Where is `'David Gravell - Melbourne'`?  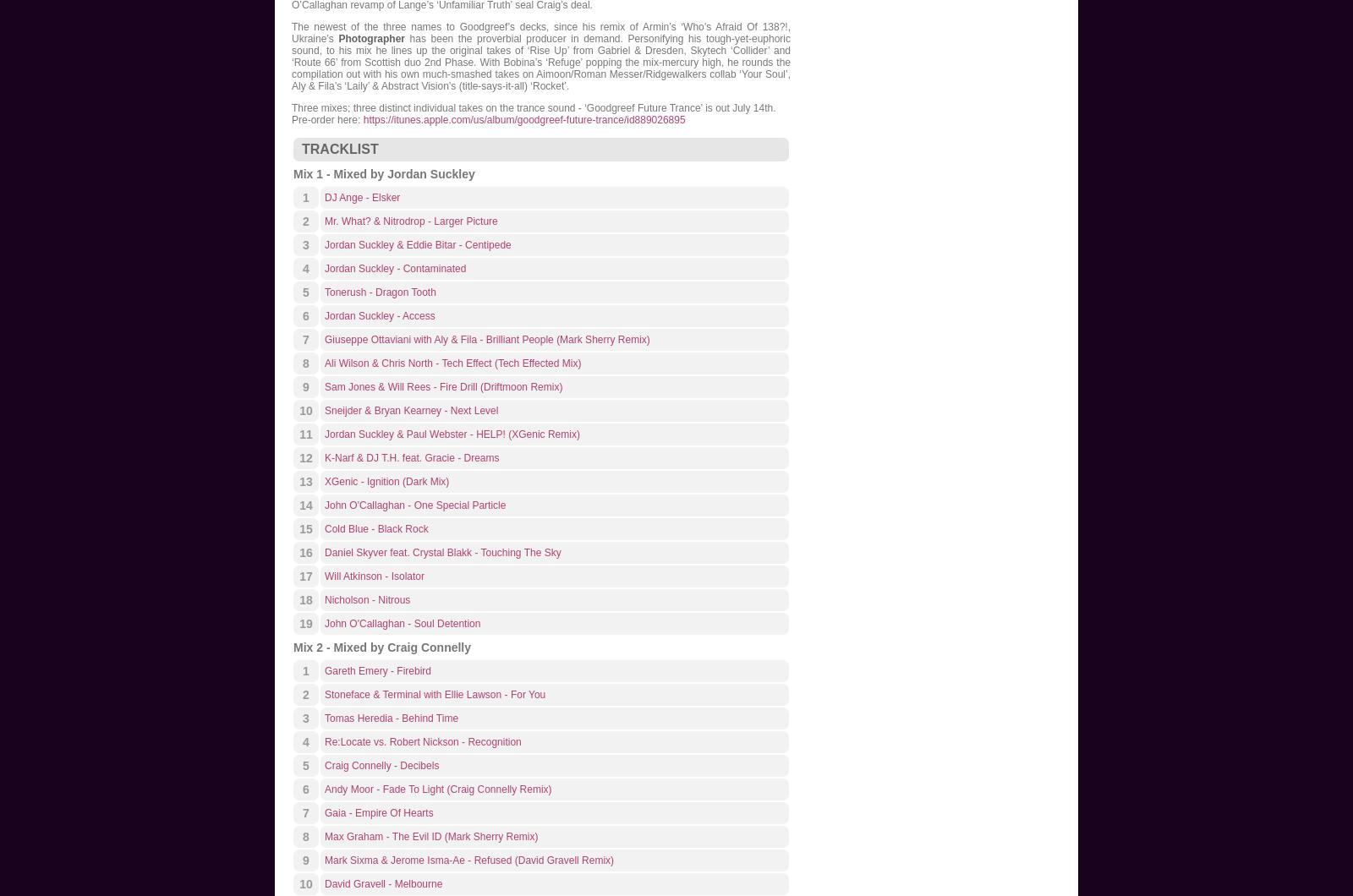
'David Gravell - Melbourne' is located at coordinates (382, 883).